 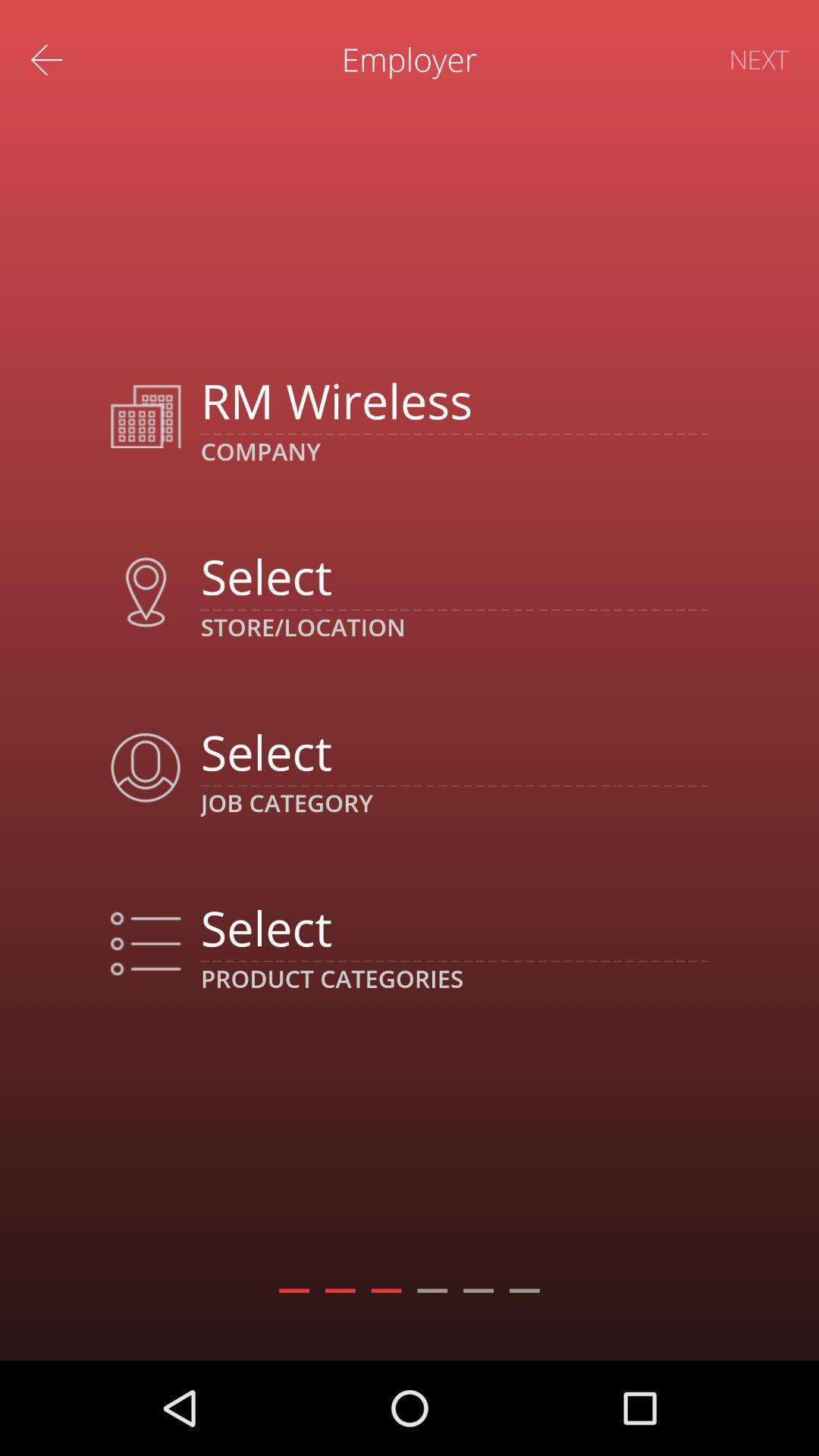 What do you see at coordinates (453, 927) in the screenshot?
I see `product categories` at bounding box center [453, 927].